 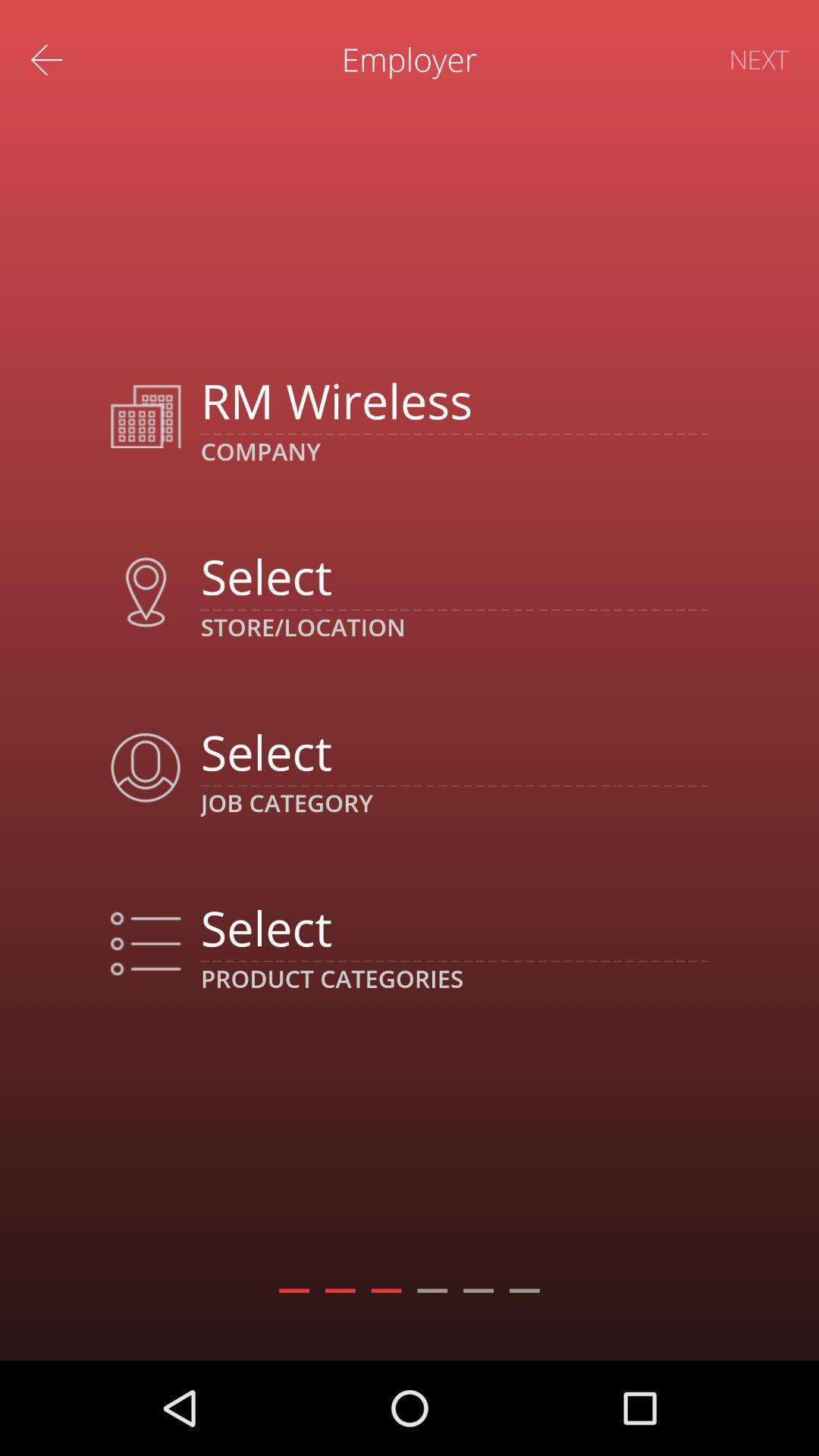 What do you see at coordinates (453, 927) in the screenshot?
I see `product categories` at bounding box center [453, 927].